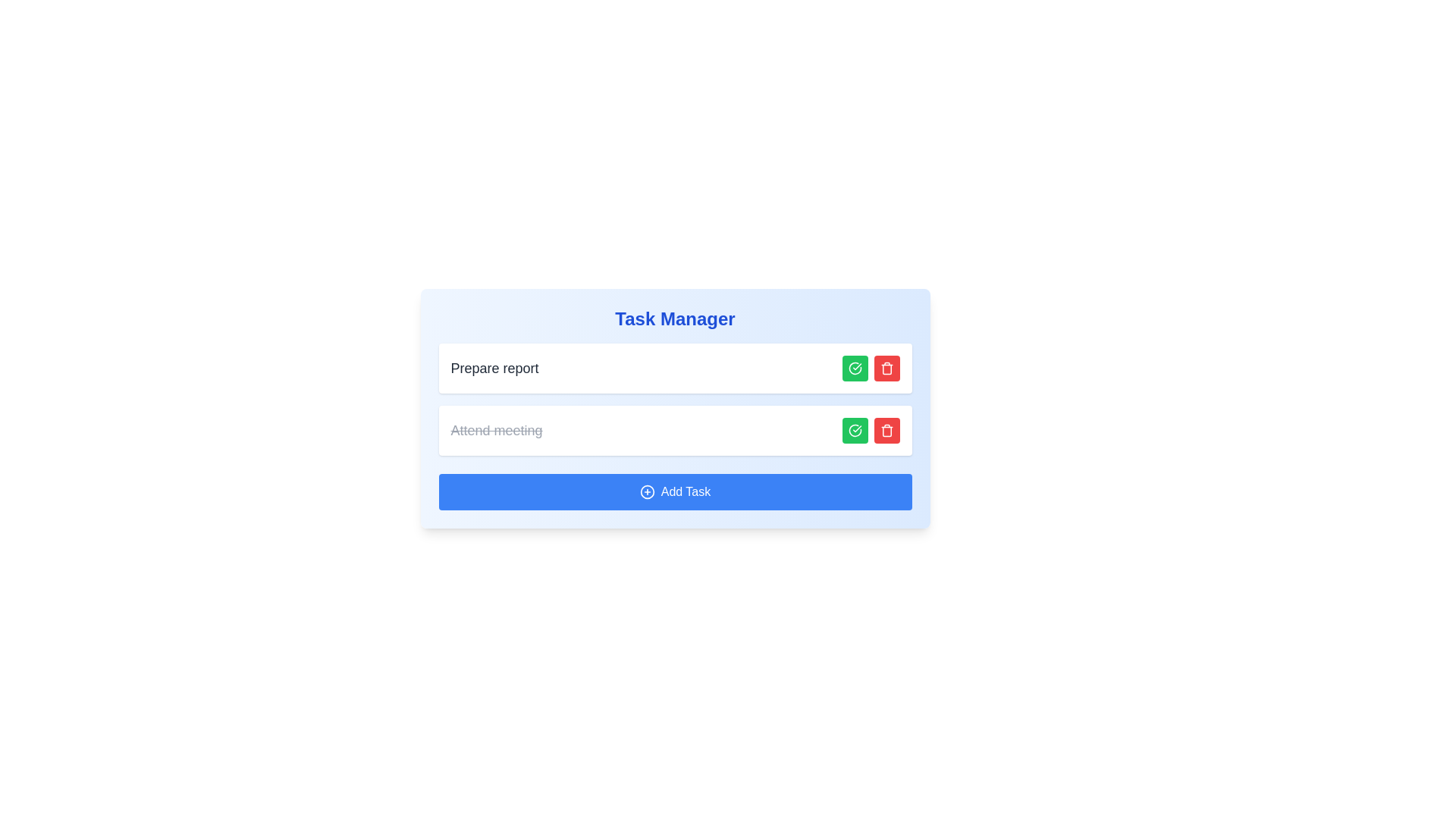 This screenshot has height=819, width=1456. Describe the element at coordinates (855, 430) in the screenshot. I see `the green circular button with a checkmark icon located on the right side of the second row in the task list, which signifies completion for the task 'Attend meeting'` at that location.